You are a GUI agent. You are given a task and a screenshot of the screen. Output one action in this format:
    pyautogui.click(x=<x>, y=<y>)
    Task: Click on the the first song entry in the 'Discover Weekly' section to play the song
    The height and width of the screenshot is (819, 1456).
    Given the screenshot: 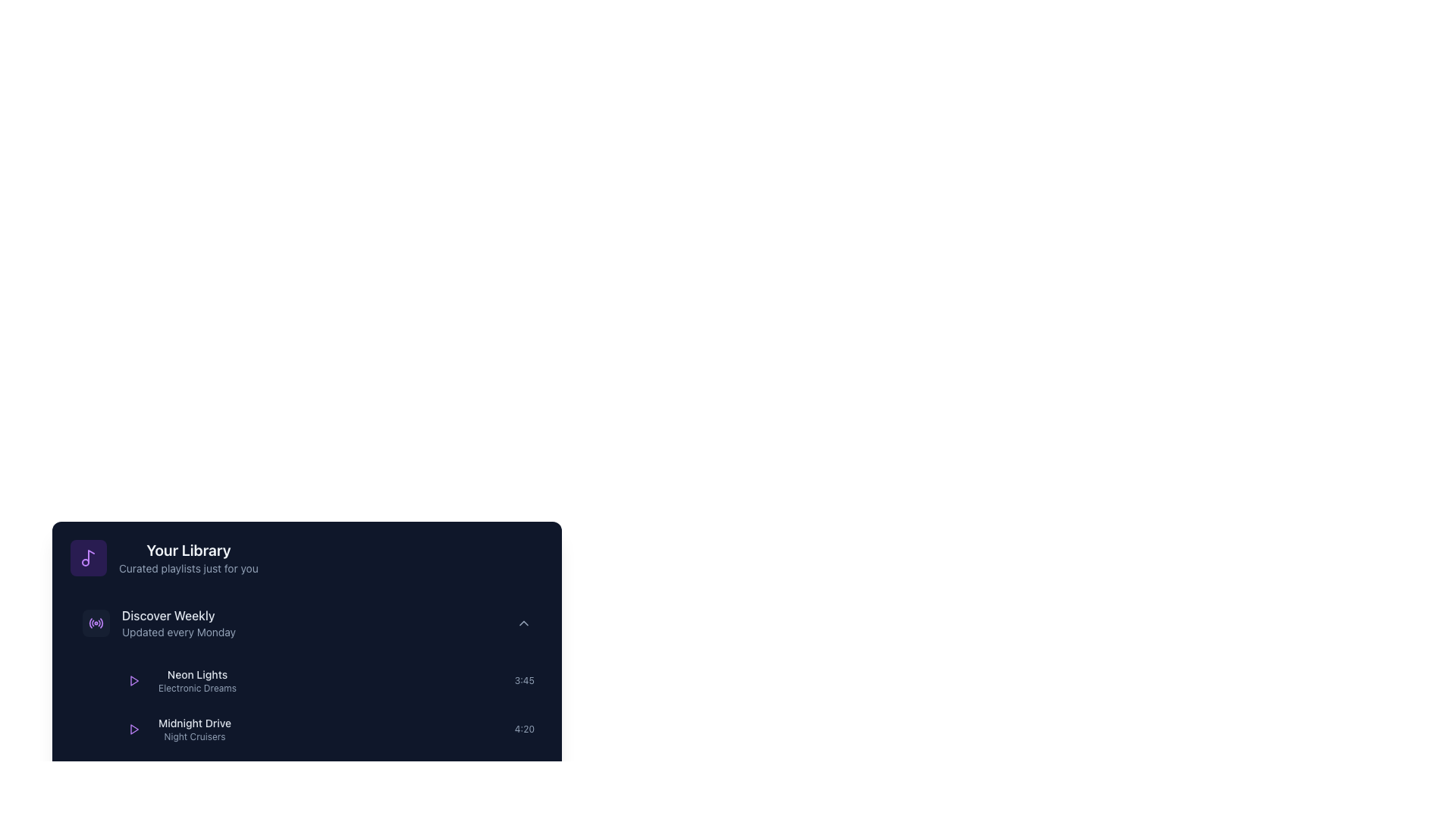 What is the action you would take?
    pyautogui.click(x=327, y=680)
    